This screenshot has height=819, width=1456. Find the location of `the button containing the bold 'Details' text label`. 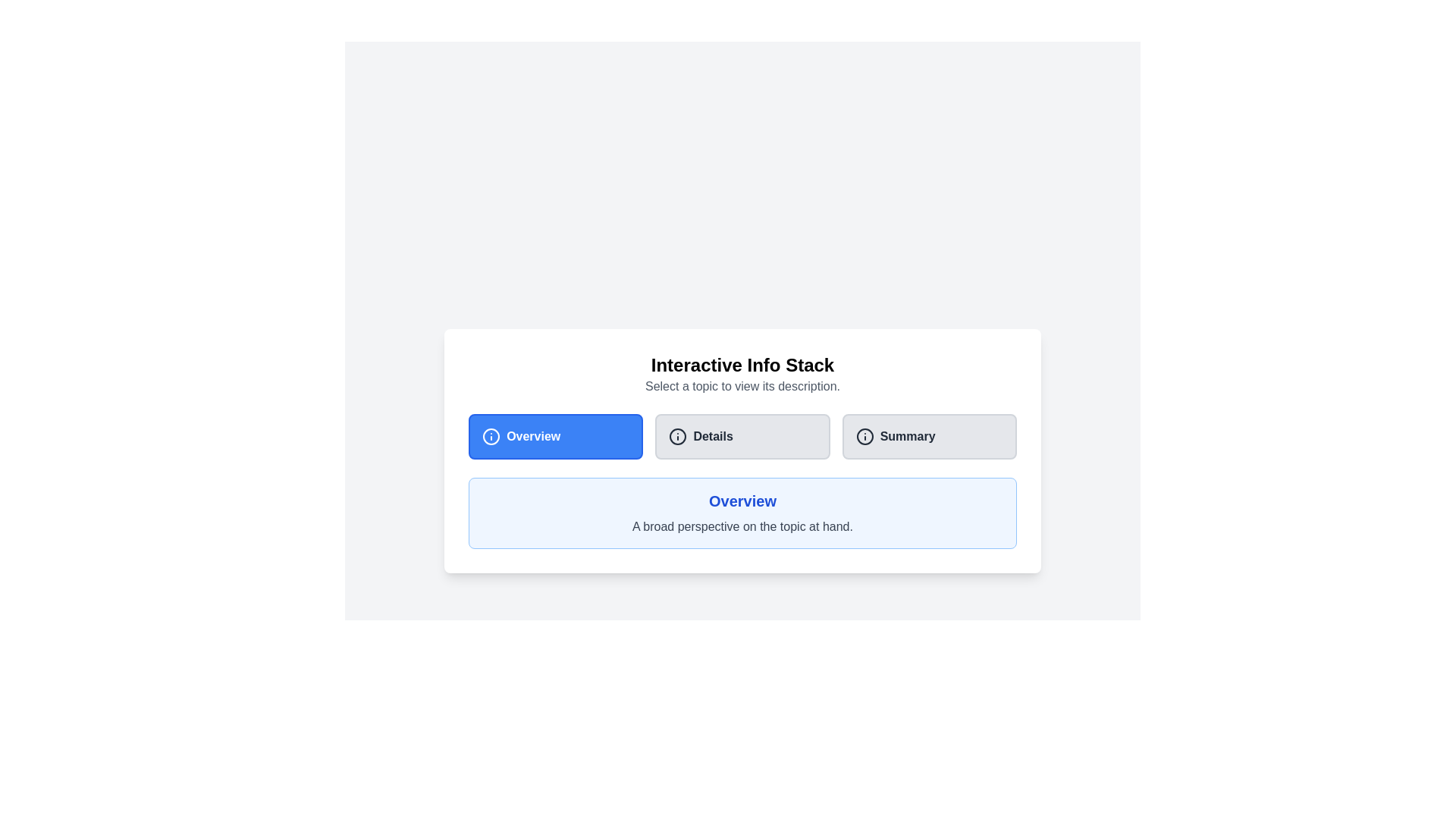

the button containing the bold 'Details' text label is located at coordinates (712, 436).